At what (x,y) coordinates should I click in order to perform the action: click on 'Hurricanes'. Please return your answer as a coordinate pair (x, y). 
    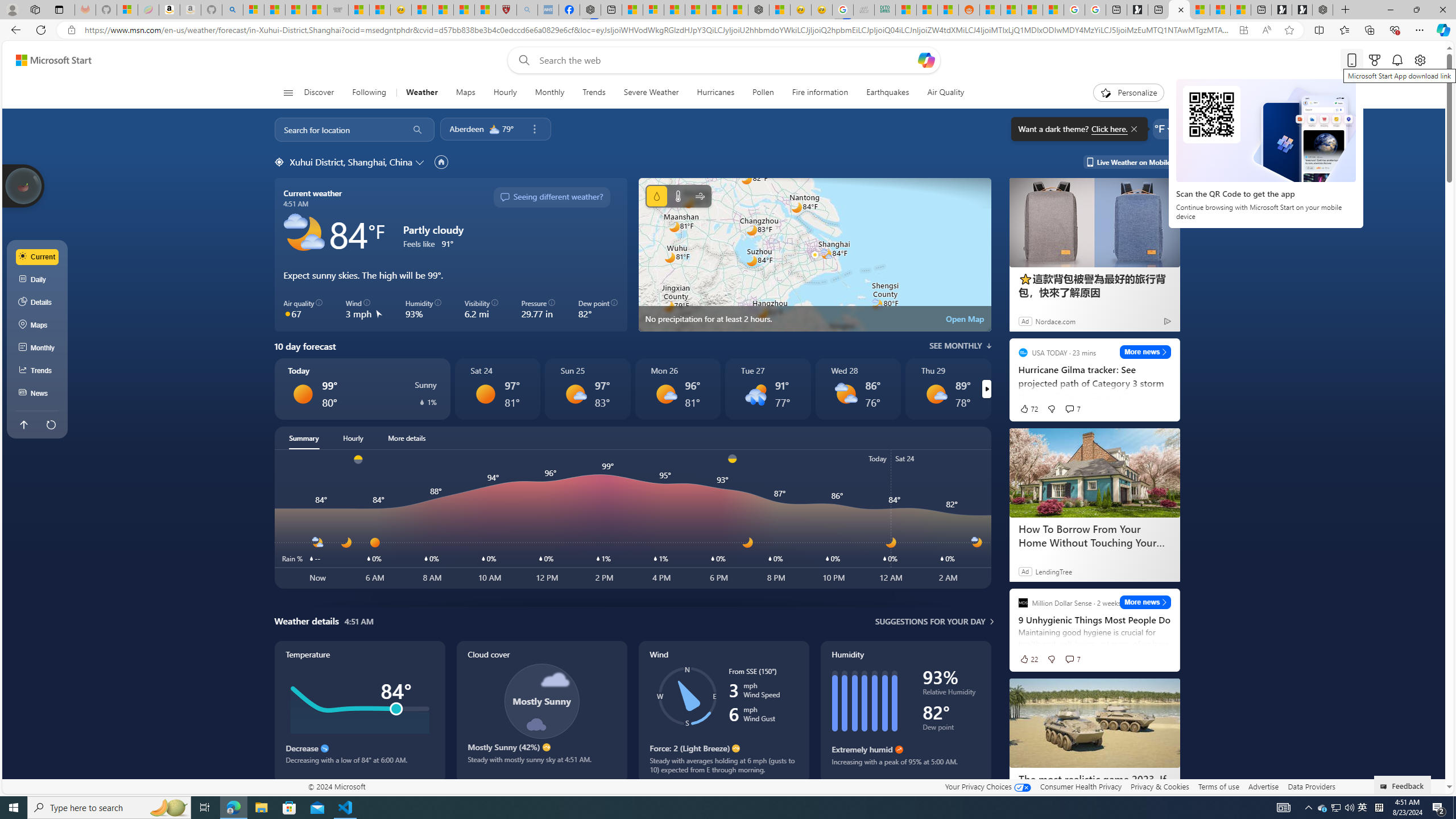
    Looking at the image, I should click on (716, 92).